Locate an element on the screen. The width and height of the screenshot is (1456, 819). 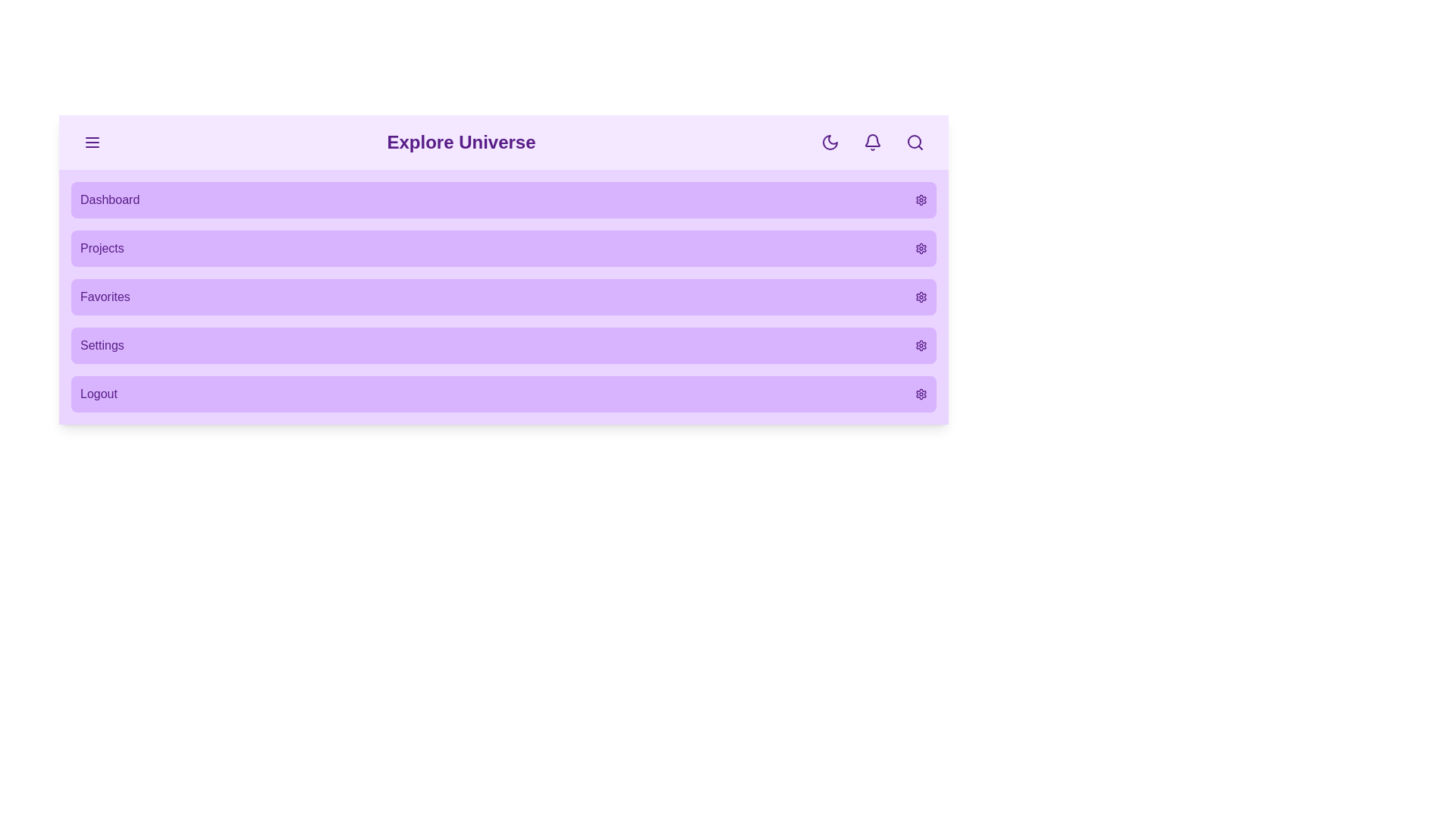
the header text 'Explore Universe' is located at coordinates (460, 143).